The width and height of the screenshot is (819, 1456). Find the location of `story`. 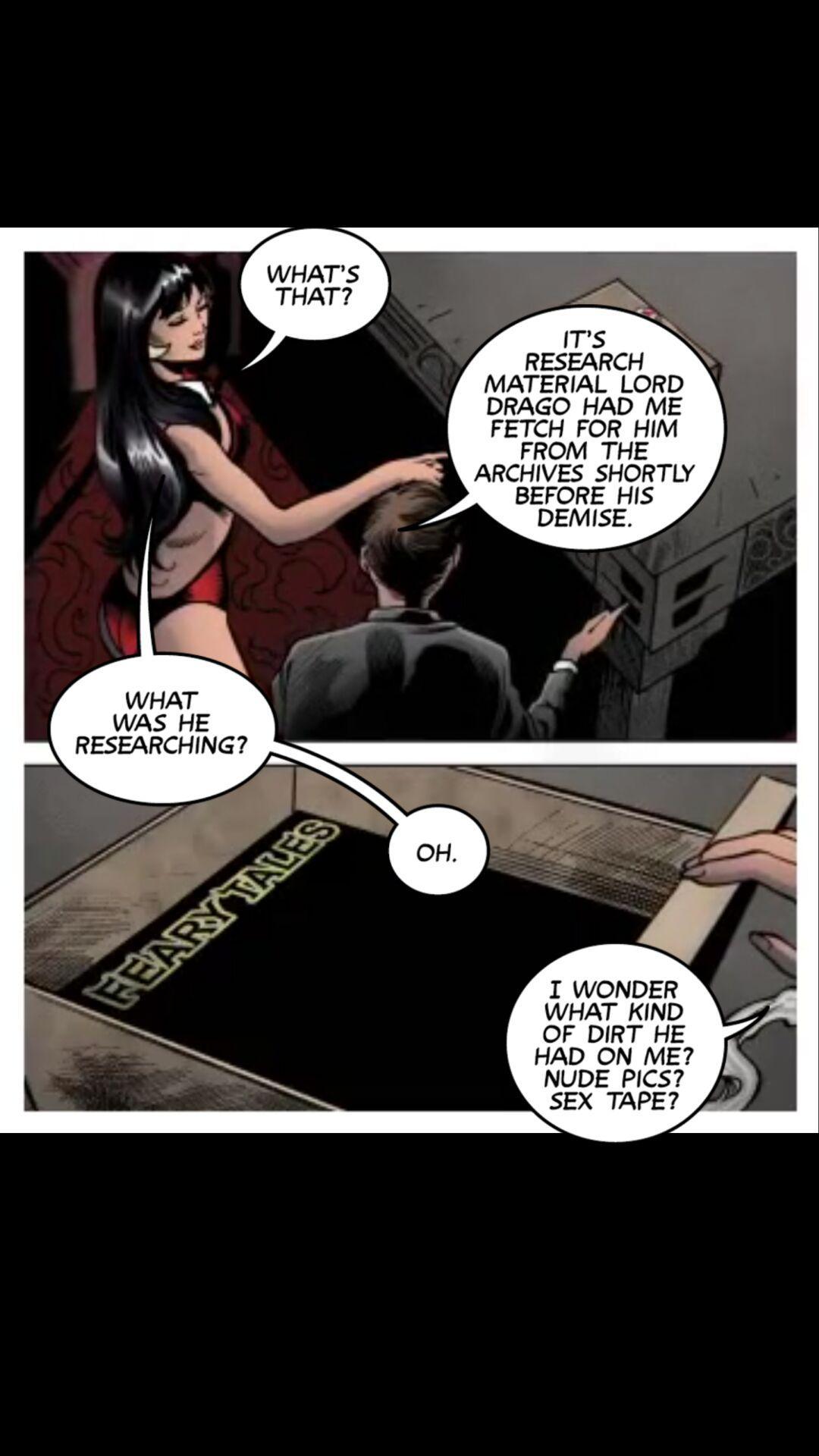

story is located at coordinates (306, 302).